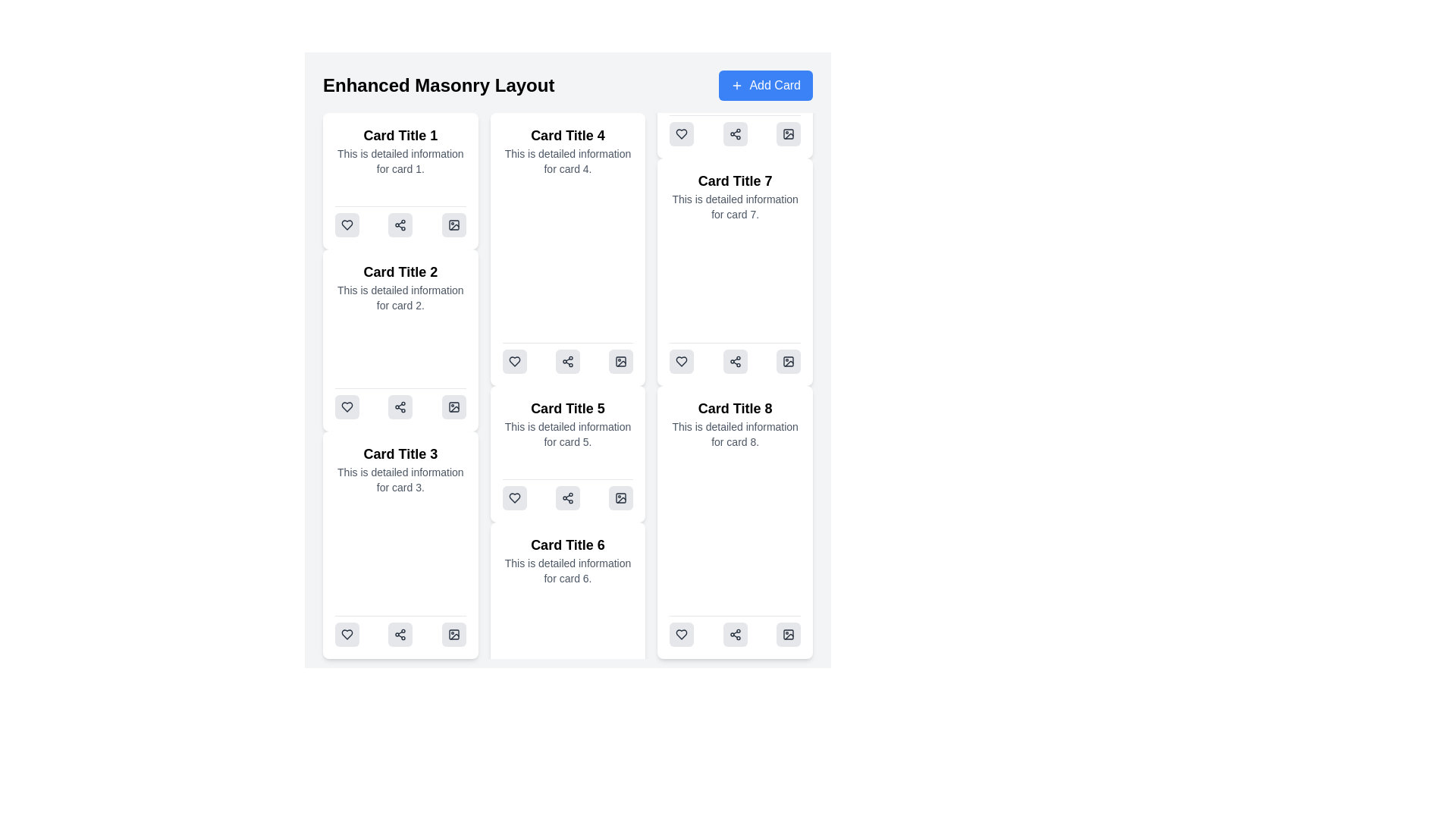 Image resolution: width=1456 pixels, height=819 pixels. Describe the element at coordinates (681, 635) in the screenshot. I see `the leftmost 'like' icon in the footer section of 'Card Title 8'` at that location.